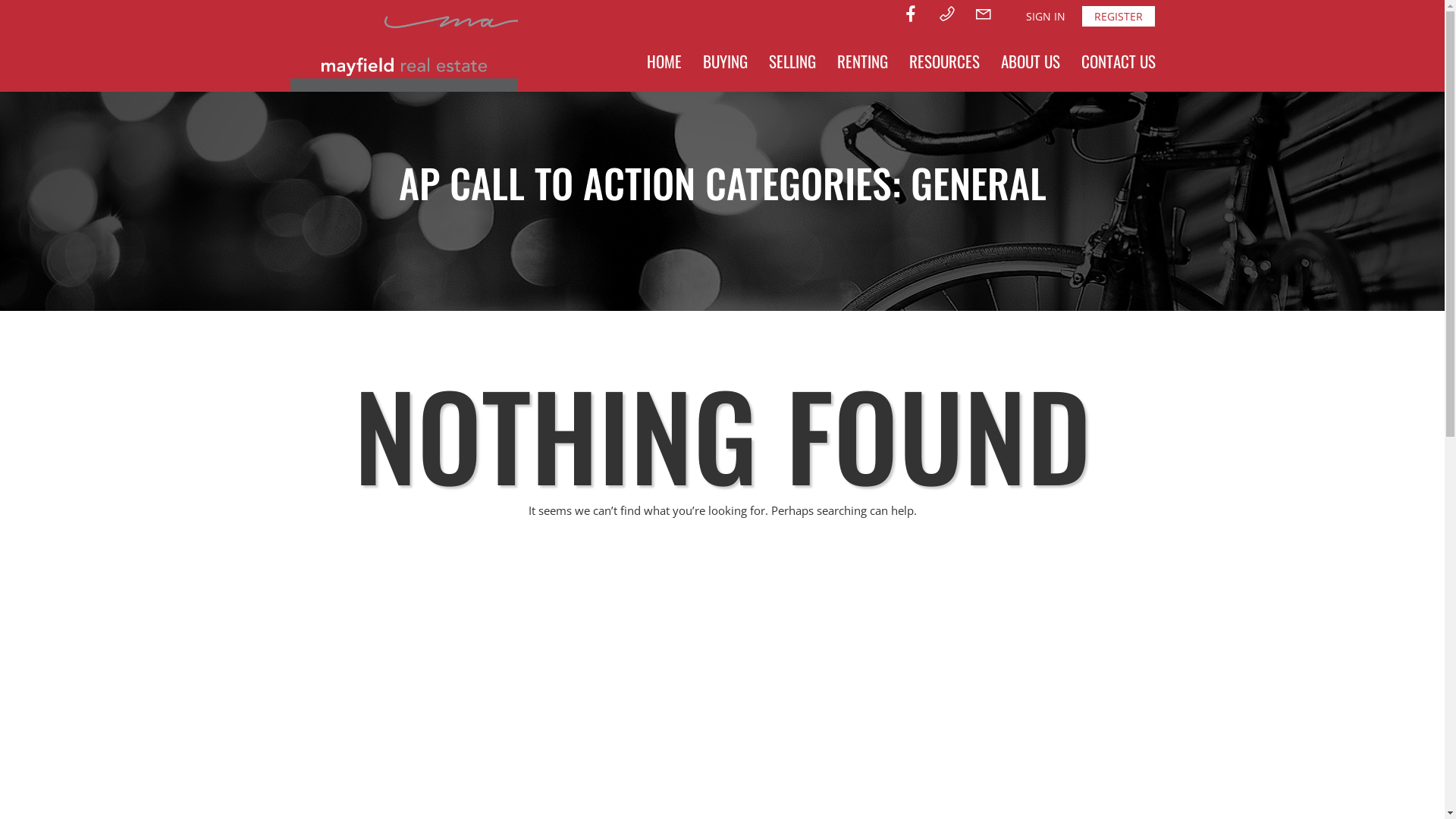  What do you see at coordinates (943, 61) in the screenshot?
I see `'RESOURCES'` at bounding box center [943, 61].